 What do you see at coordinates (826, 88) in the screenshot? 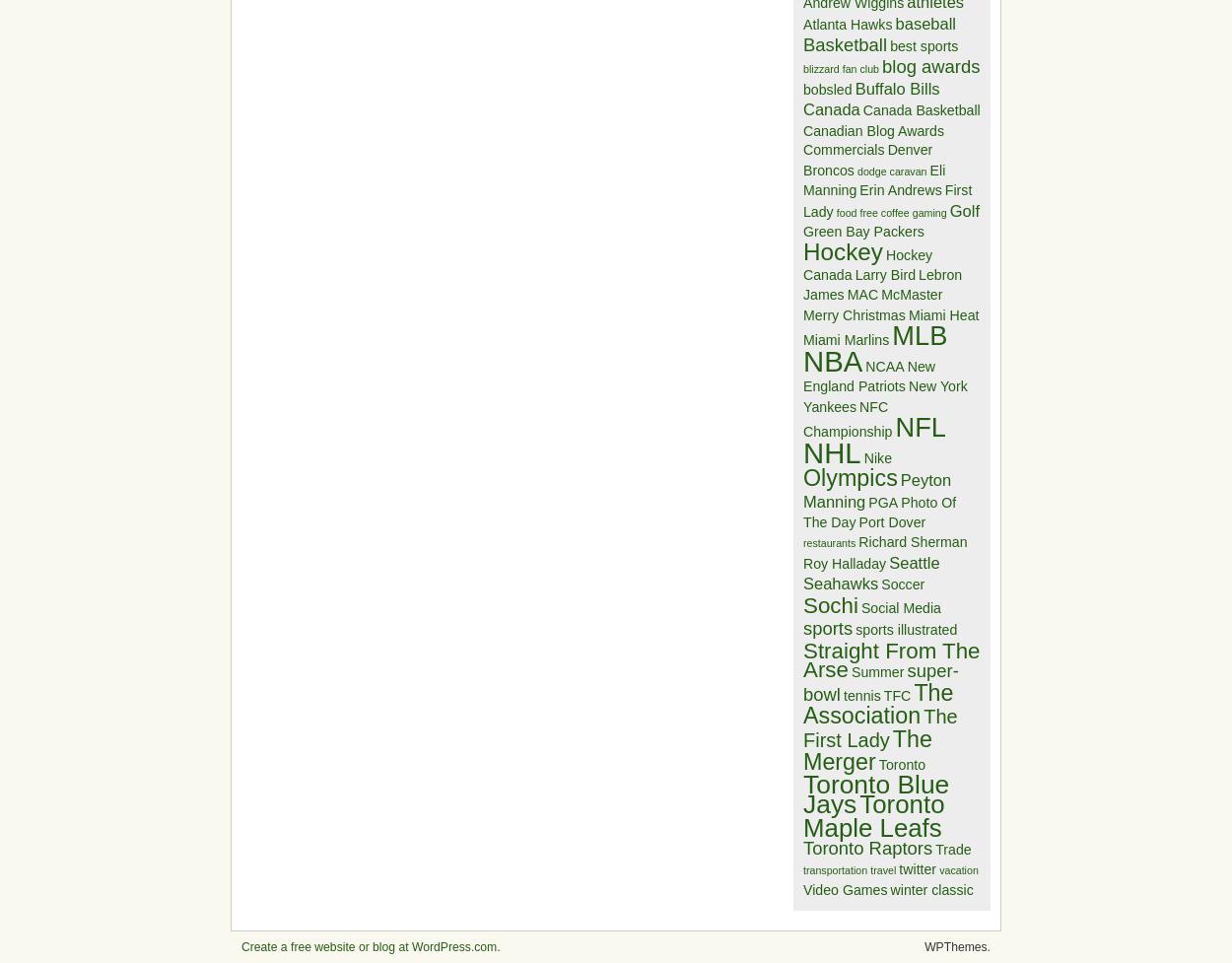
I see `'bobsled'` at bounding box center [826, 88].